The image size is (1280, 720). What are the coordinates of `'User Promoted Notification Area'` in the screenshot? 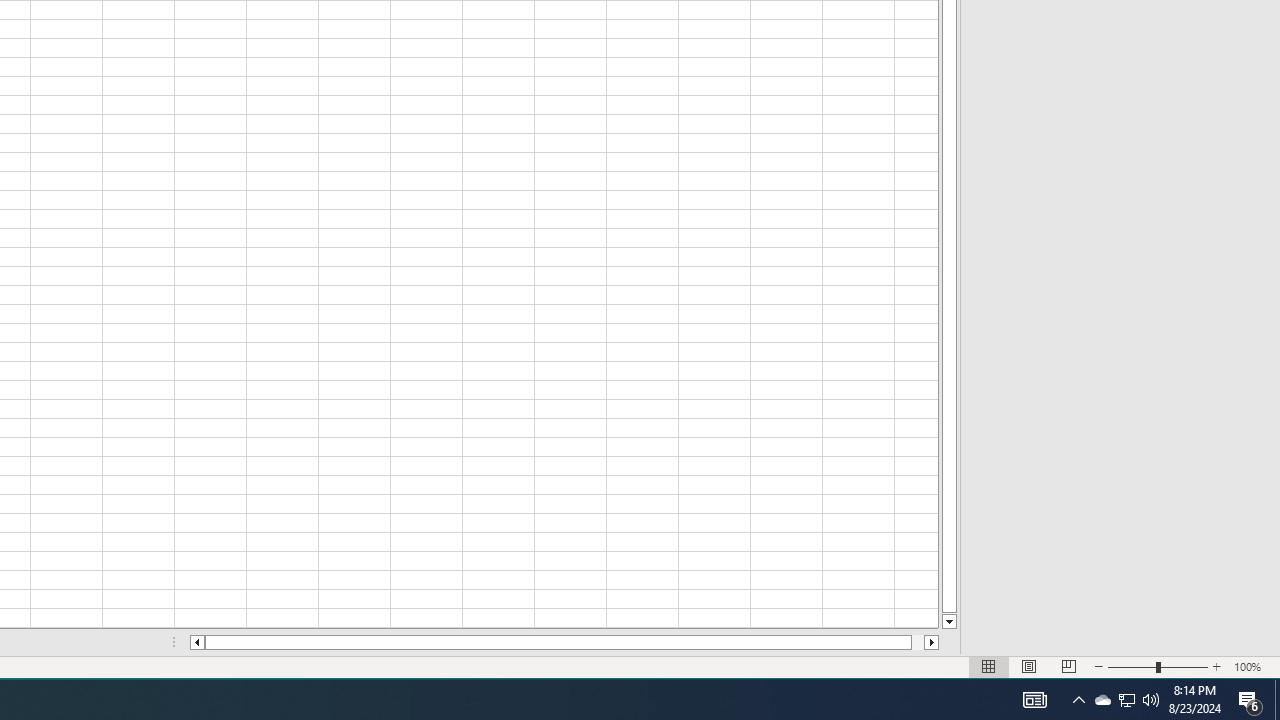 It's located at (1127, 698).